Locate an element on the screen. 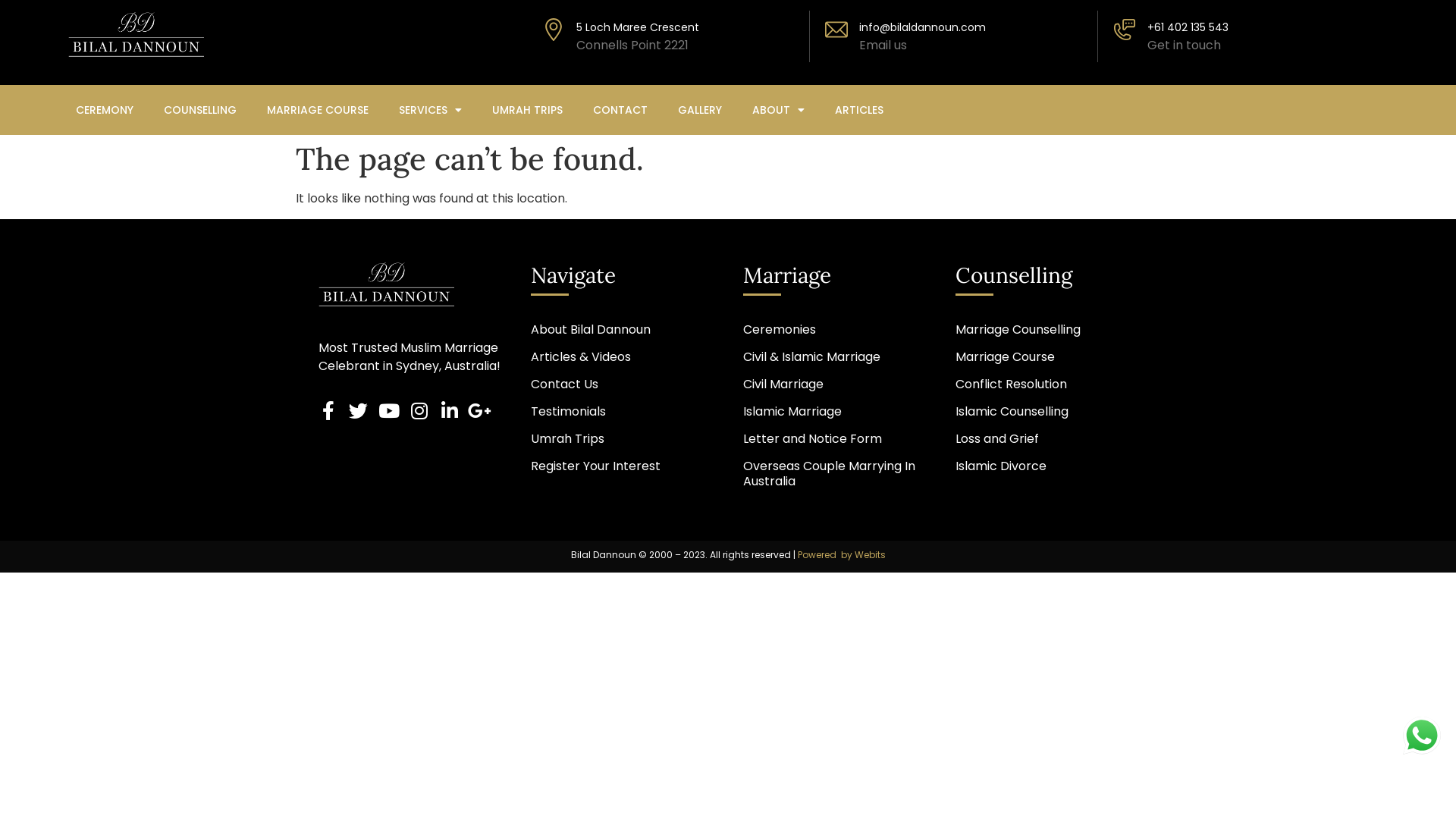  'Powered  by Webits' is located at coordinates (840, 554).